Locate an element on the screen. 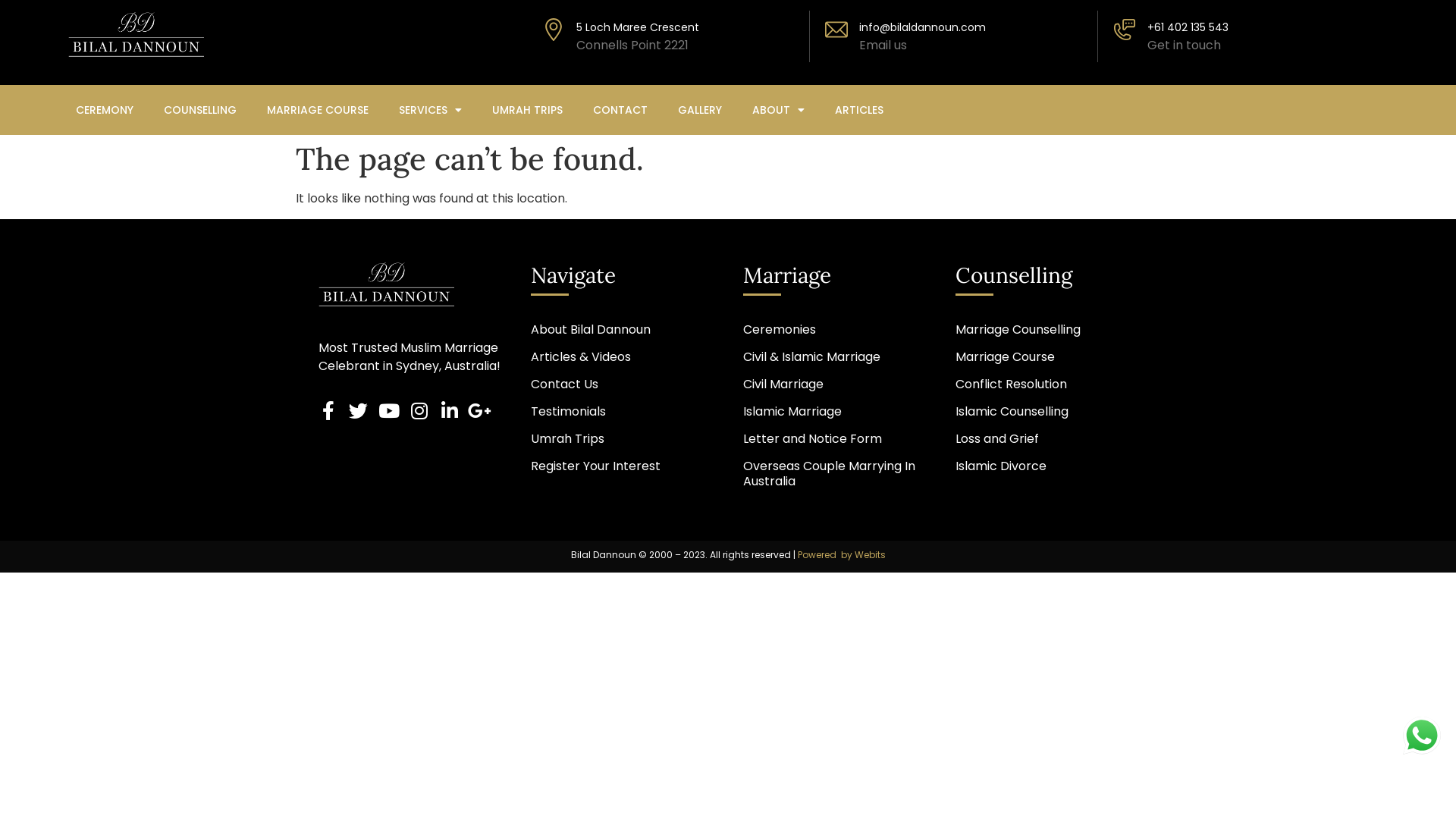  'Powered  by Webits' is located at coordinates (840, 554).